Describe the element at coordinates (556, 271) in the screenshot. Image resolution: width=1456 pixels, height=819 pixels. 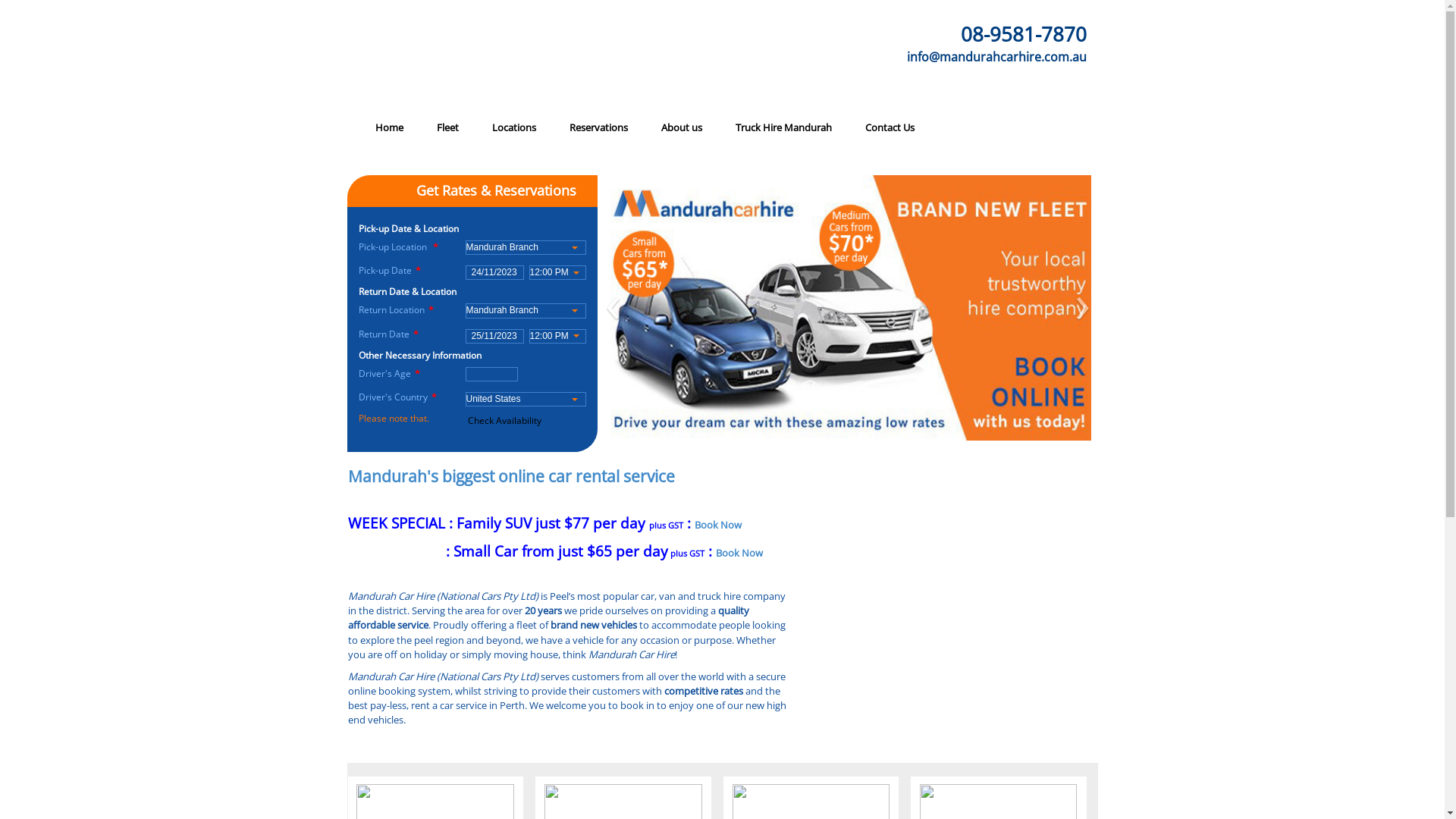
I see `'12:00 PM '` at that location.